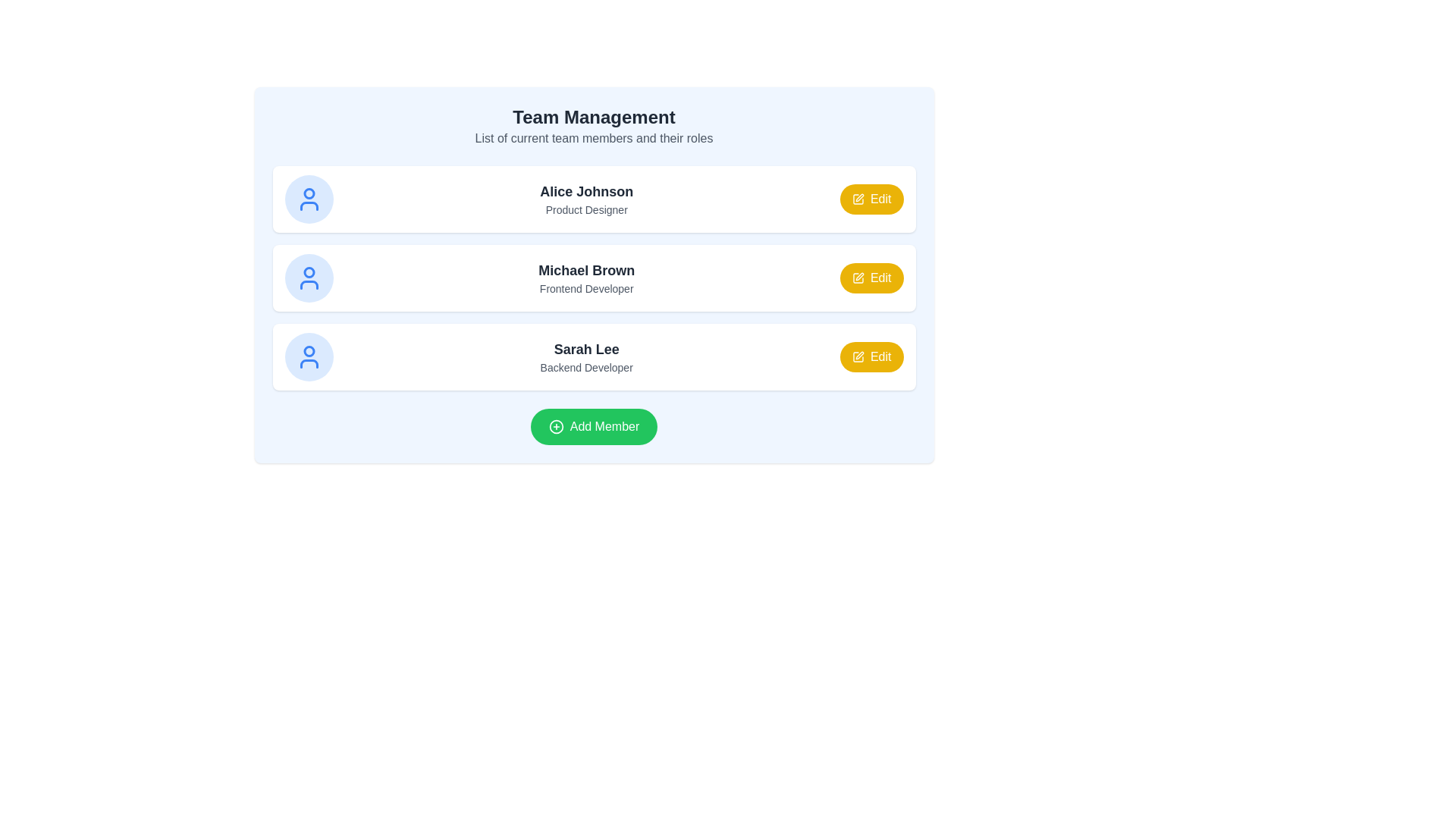  What do you see at coordinates (871, 356) in the screenshot?
I see `the 'Edit' button with a yellow background and a pen icon in the 'Team Management' list for 'Sarah Lee', located in the third card from the top, to provide visual feedback` at bounding box center [871, 356].